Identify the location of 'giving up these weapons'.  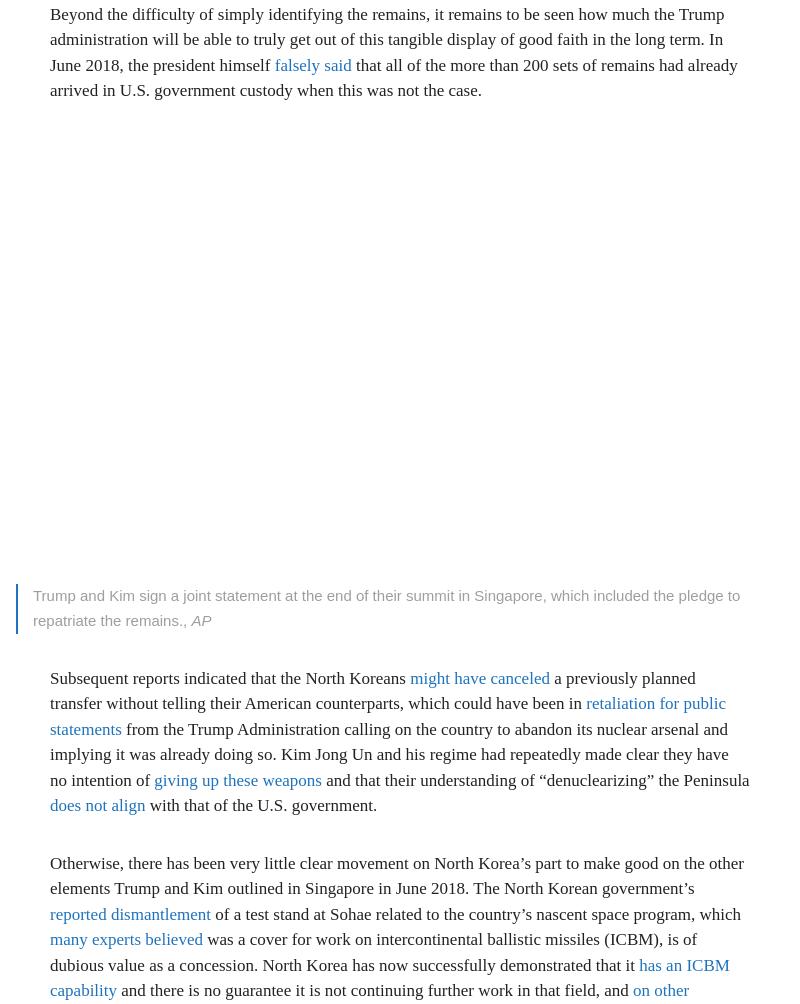
(236, 779).